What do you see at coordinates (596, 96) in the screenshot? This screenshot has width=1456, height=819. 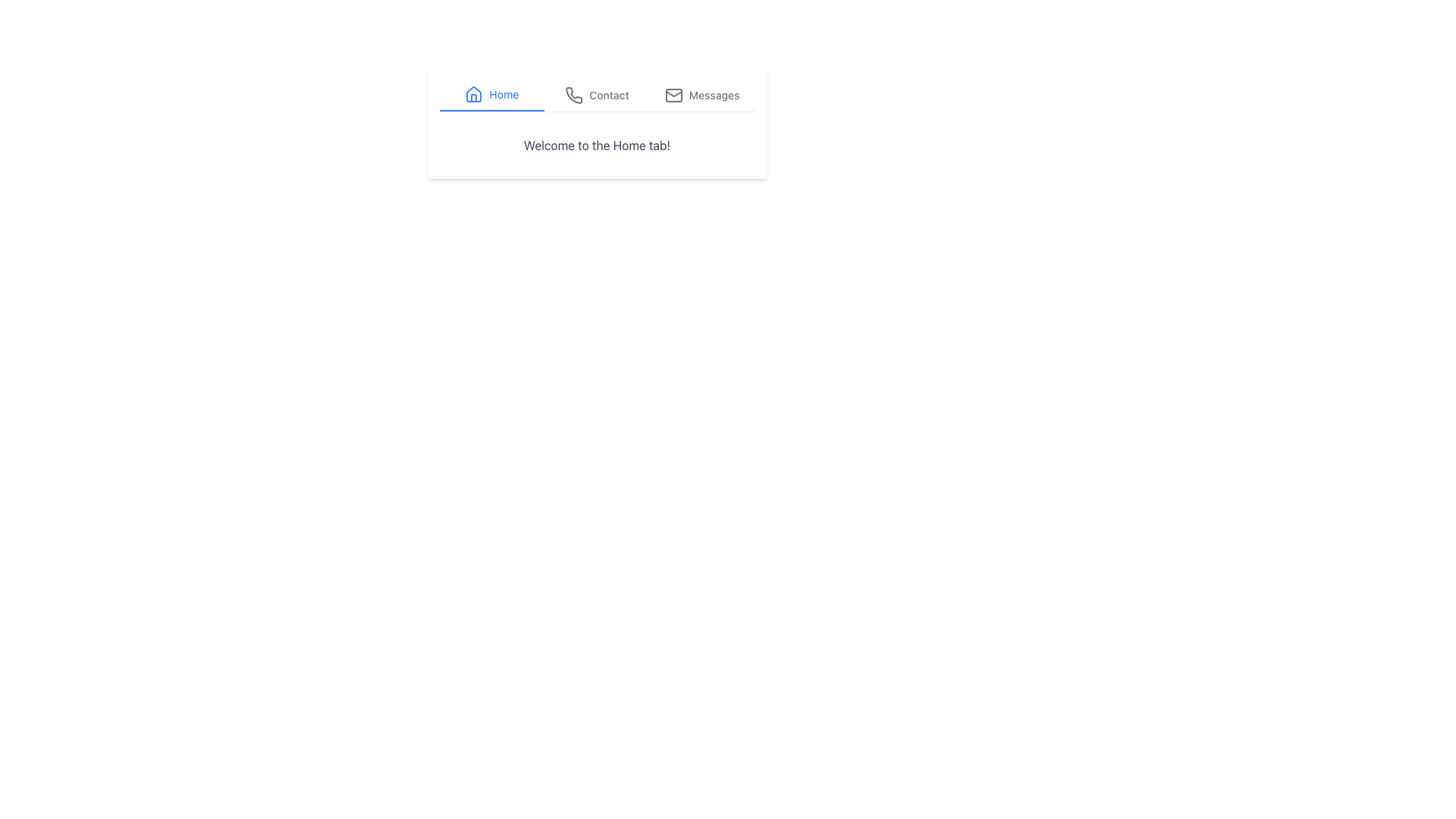 I see `the 'Contact' navigation button, which is the second item in the horizontal navigation menu located at the top of the interface` at bounding box center [596, 96].